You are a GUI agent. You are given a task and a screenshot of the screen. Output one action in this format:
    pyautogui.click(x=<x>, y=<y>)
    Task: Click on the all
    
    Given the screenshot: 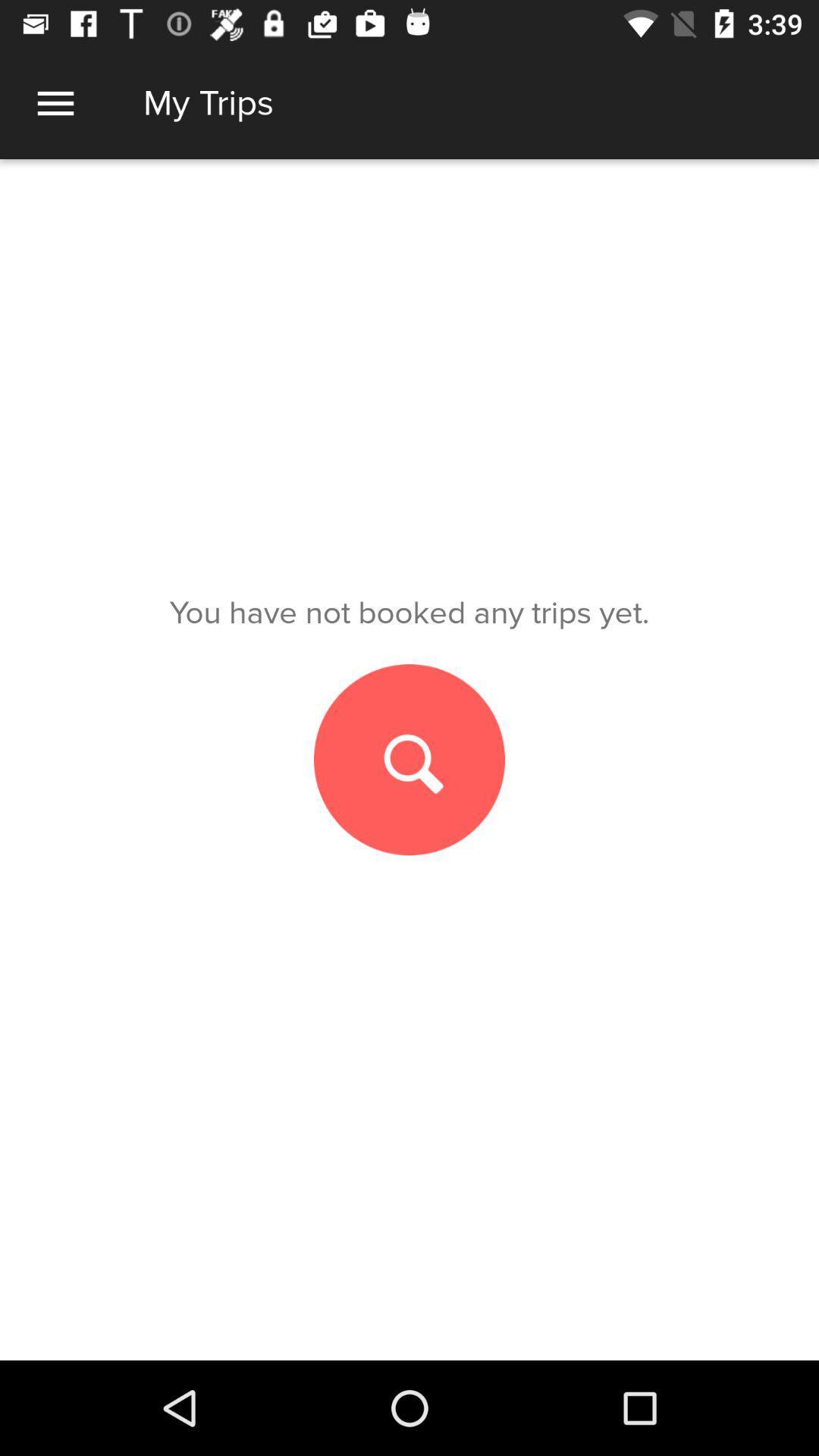 What is the action you would take?
    pyautogui.click(x=55, y=102)
    